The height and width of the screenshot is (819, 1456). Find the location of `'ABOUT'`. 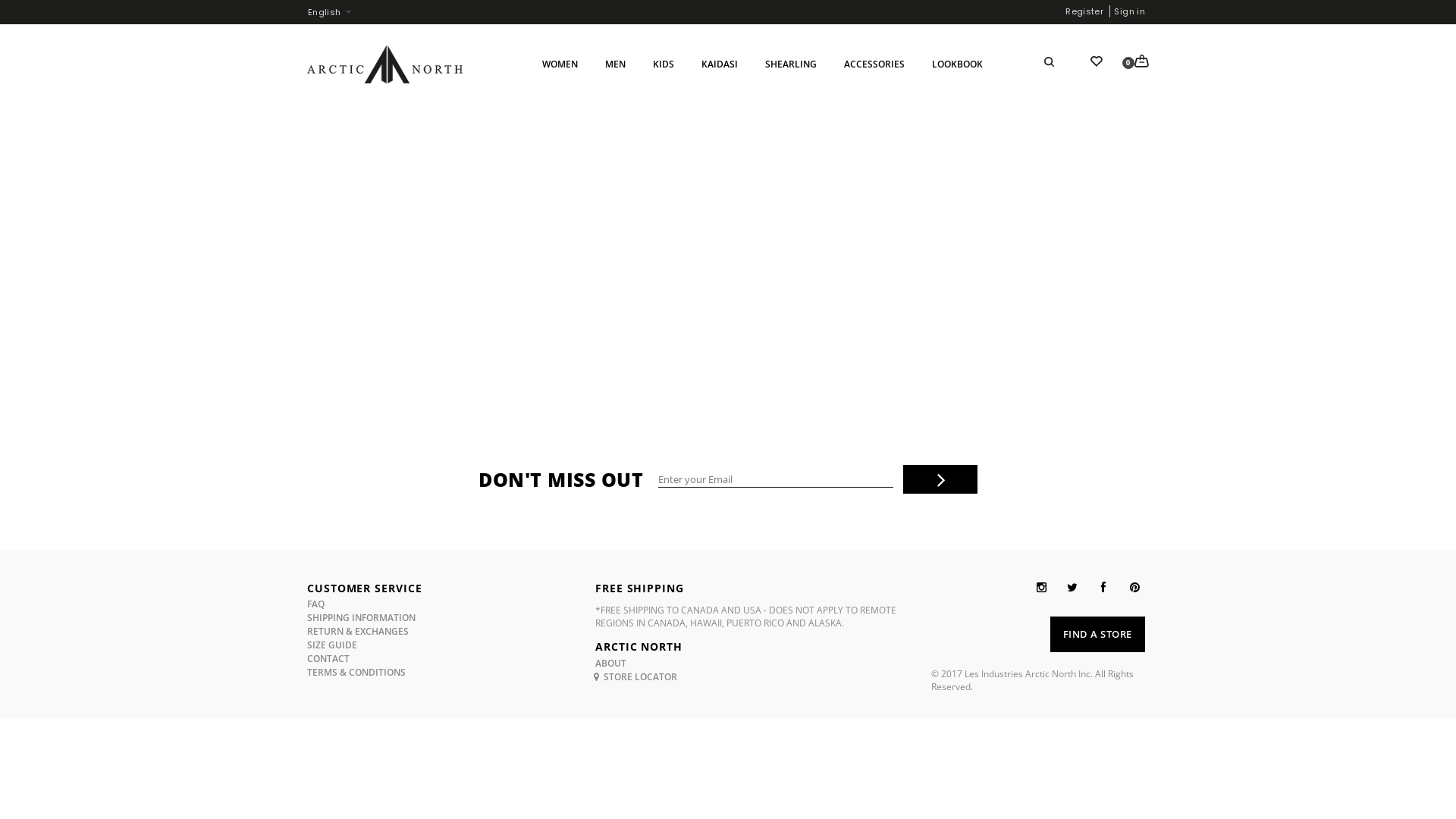

'ABOUT' is located at coordinates (610, 662).